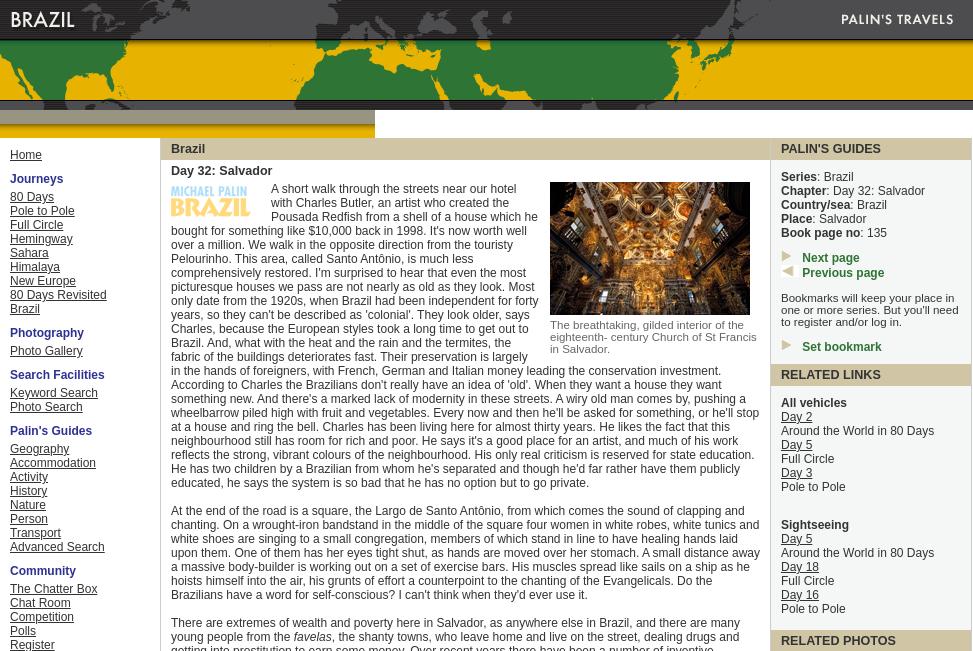  What do you see at coordinates (10, 475) in the screenshot?
I see `'Activity'` at bounding box center [10, 475].